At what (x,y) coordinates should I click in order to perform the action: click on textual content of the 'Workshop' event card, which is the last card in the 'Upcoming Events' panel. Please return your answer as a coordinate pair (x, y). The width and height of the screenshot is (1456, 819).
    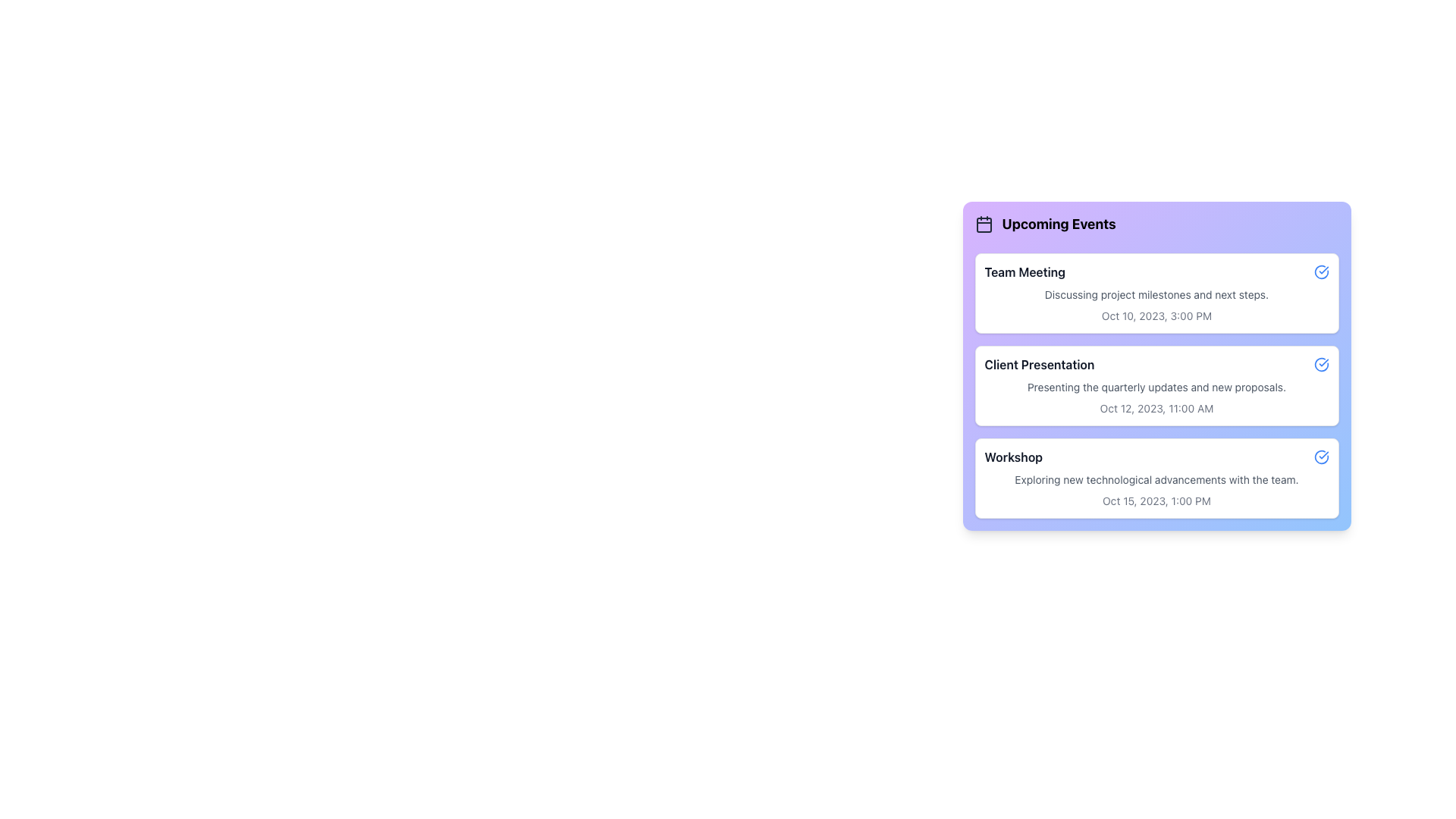
    Looking at the image, I should click on (1156, 479).